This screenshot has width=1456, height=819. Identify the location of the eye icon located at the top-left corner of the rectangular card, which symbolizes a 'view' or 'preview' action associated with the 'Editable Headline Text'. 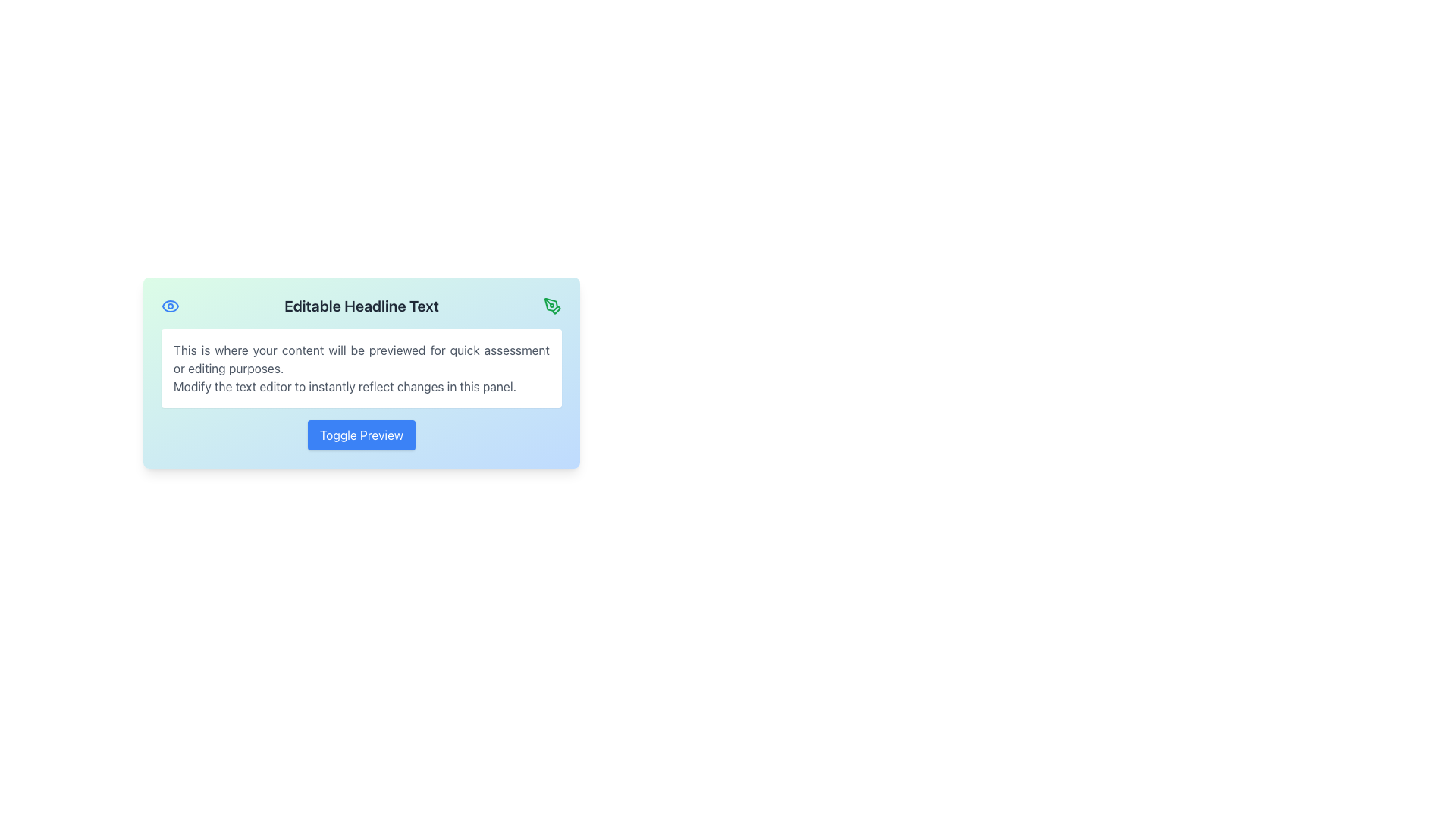
(171, 306).